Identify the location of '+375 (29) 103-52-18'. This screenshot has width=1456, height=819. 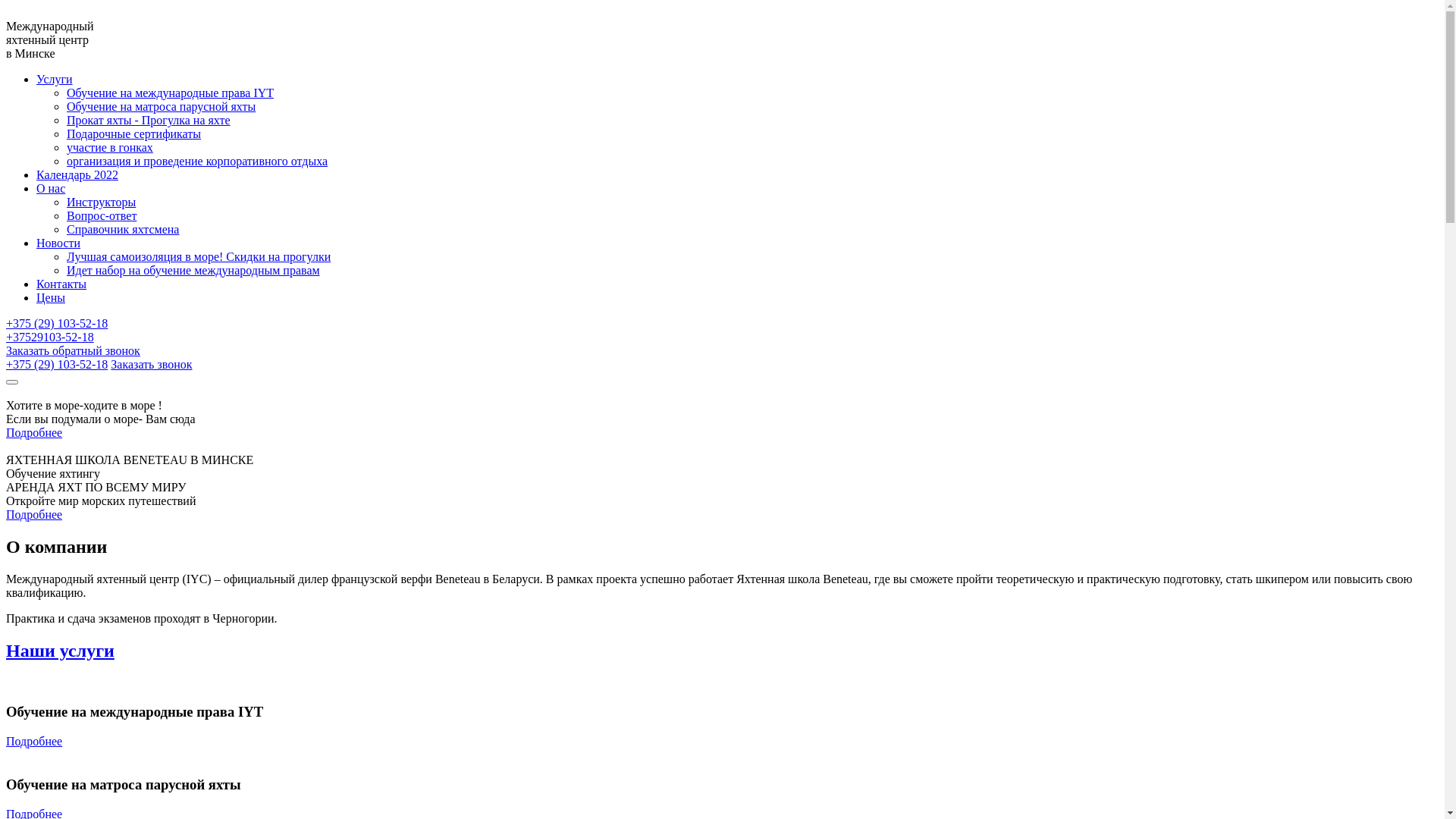
(6, 364).